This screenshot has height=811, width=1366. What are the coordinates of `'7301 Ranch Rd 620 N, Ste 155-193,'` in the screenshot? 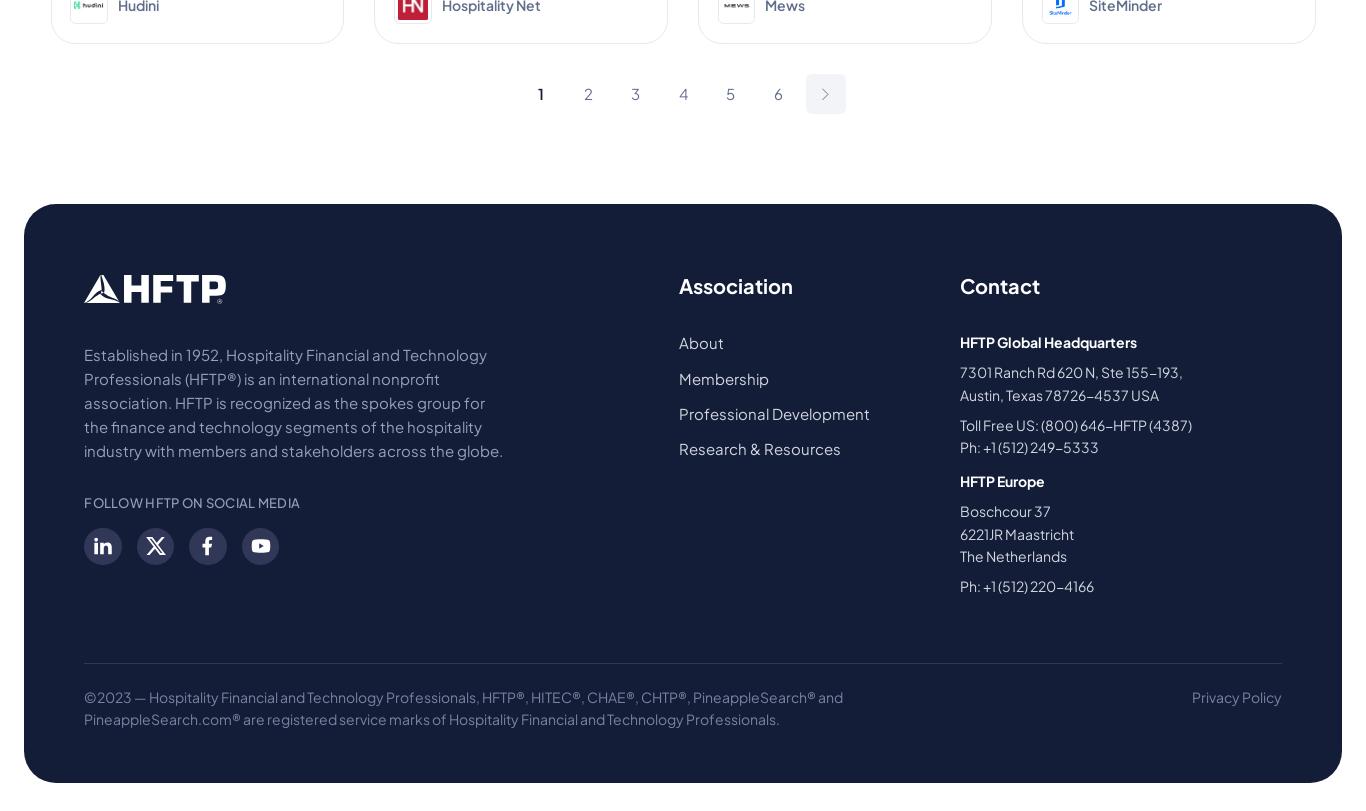 It's located at (1069, 372).